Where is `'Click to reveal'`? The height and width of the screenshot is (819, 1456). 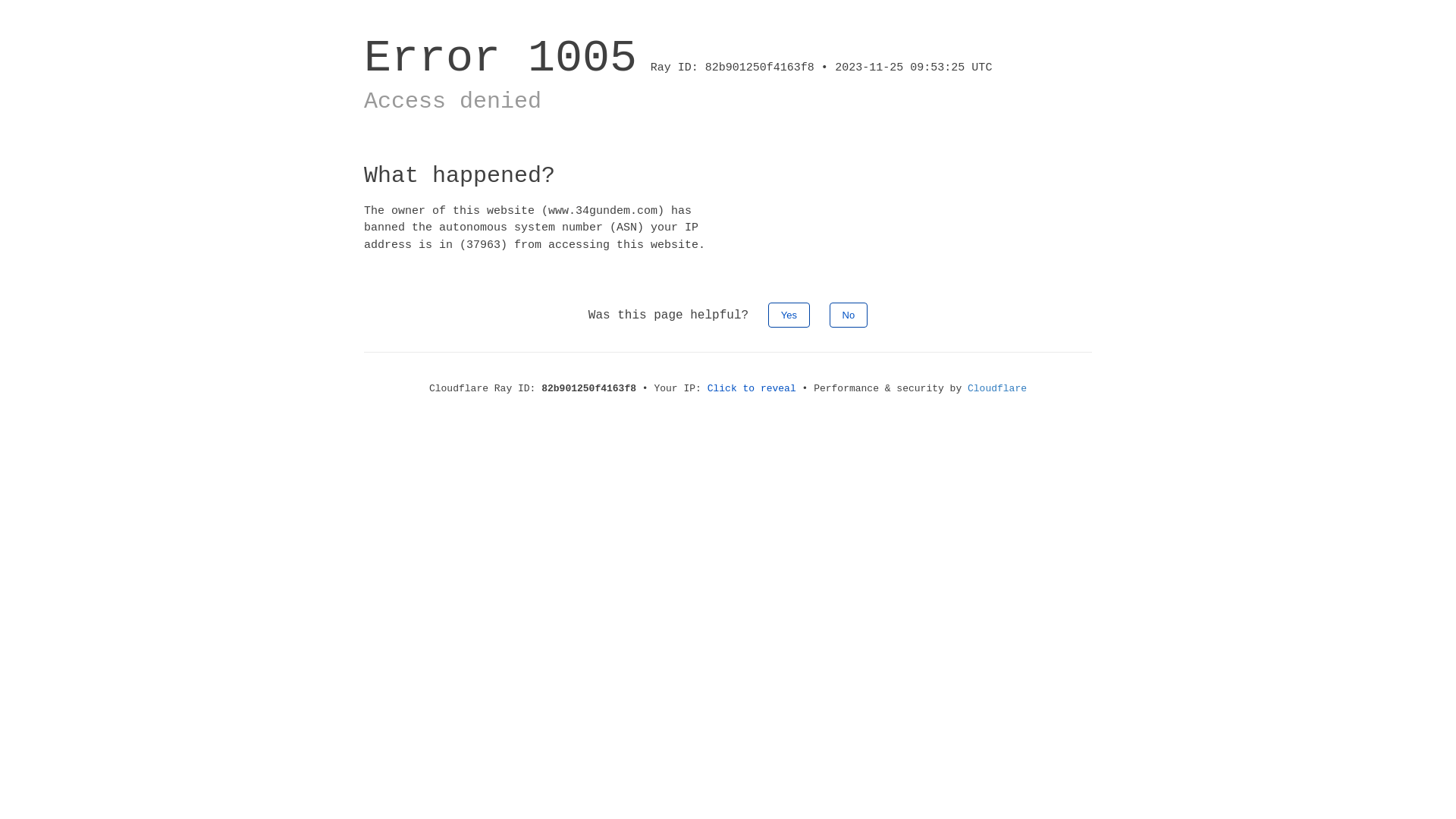
'Click to reveal' is located at coordinates (752, 388).